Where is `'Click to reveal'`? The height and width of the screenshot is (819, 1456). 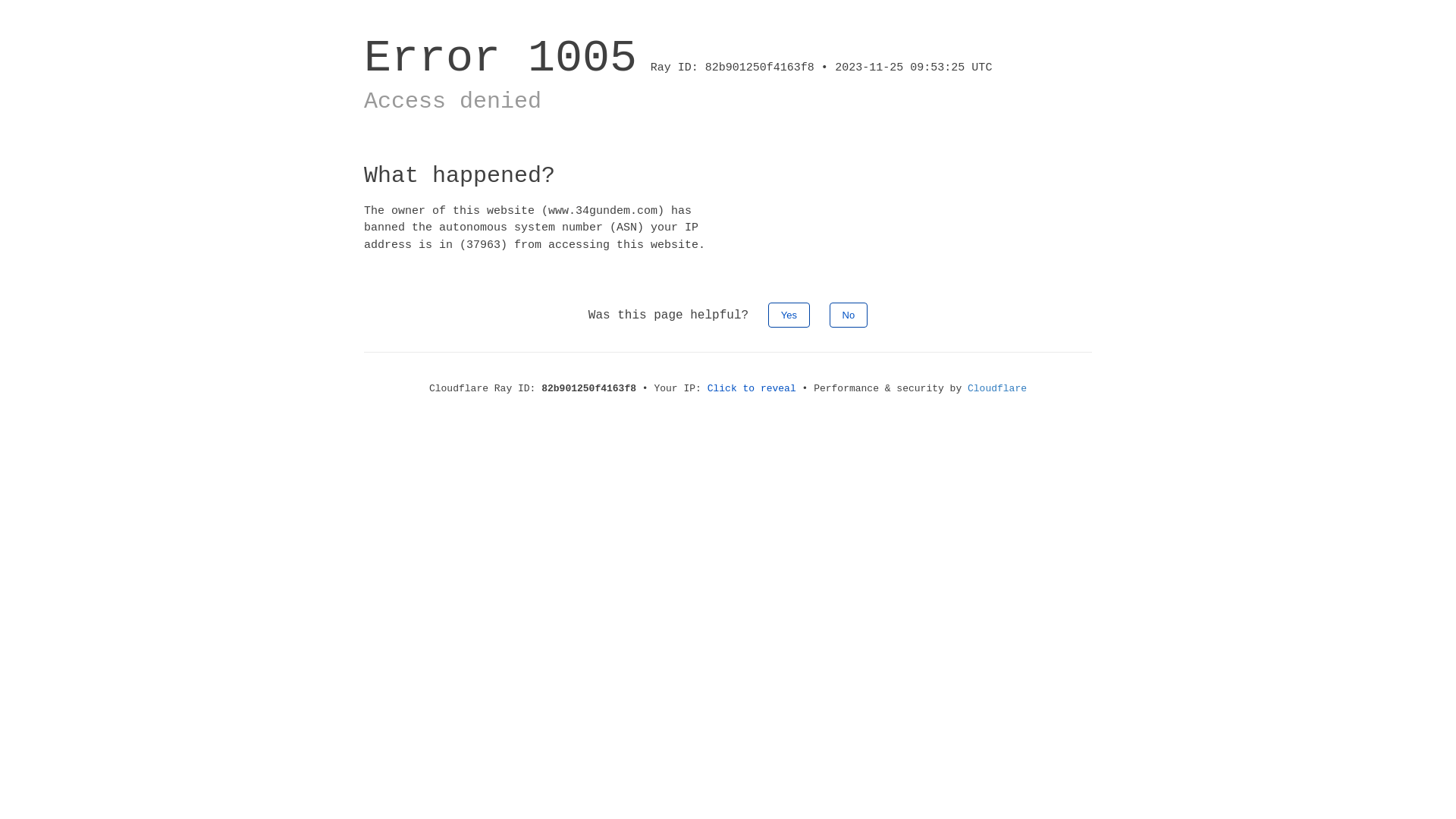
'Click to reveal' is located at coordinates (752, 388).